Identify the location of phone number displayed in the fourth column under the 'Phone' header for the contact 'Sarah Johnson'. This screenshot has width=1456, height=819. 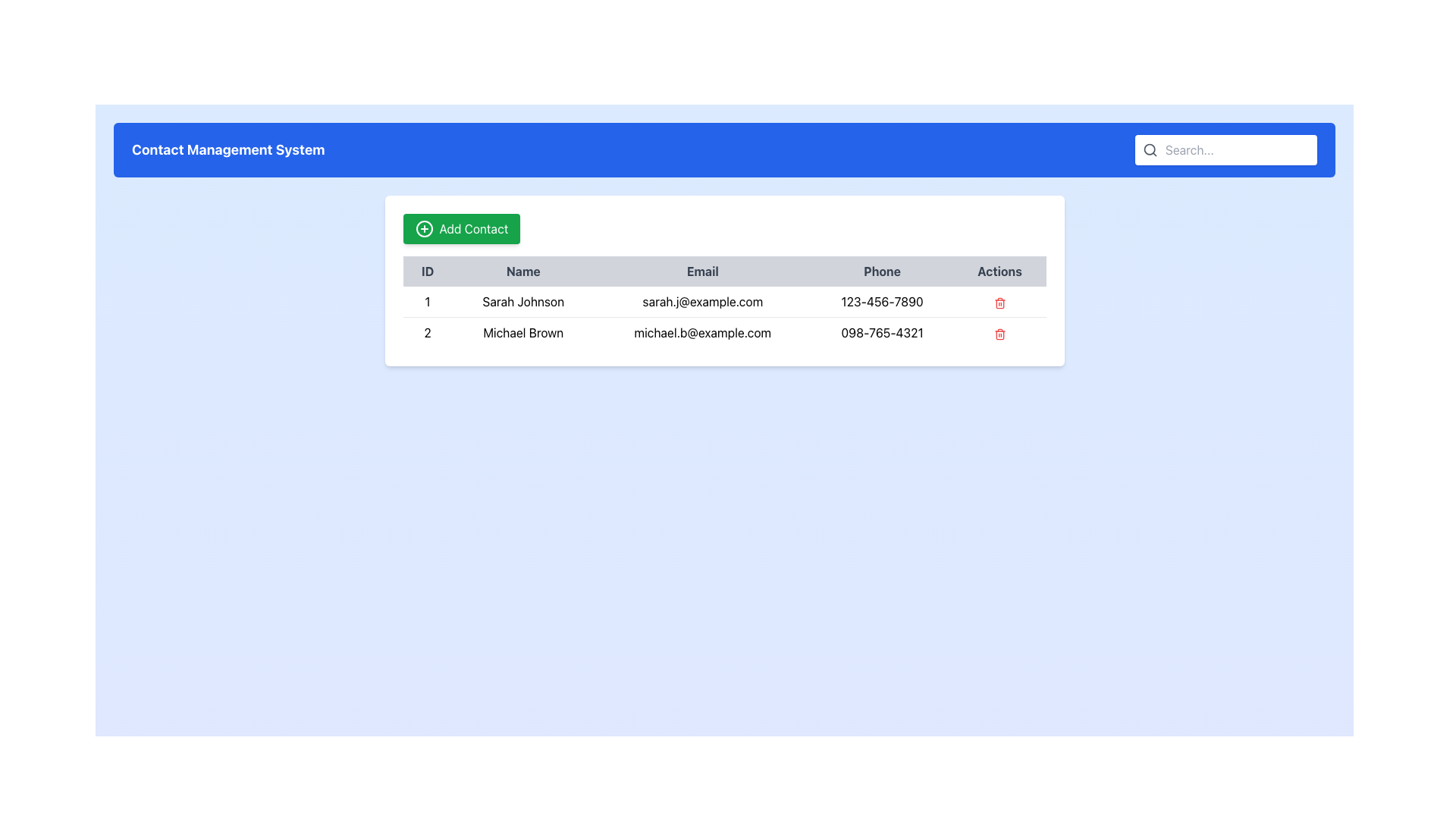
(882, 302).